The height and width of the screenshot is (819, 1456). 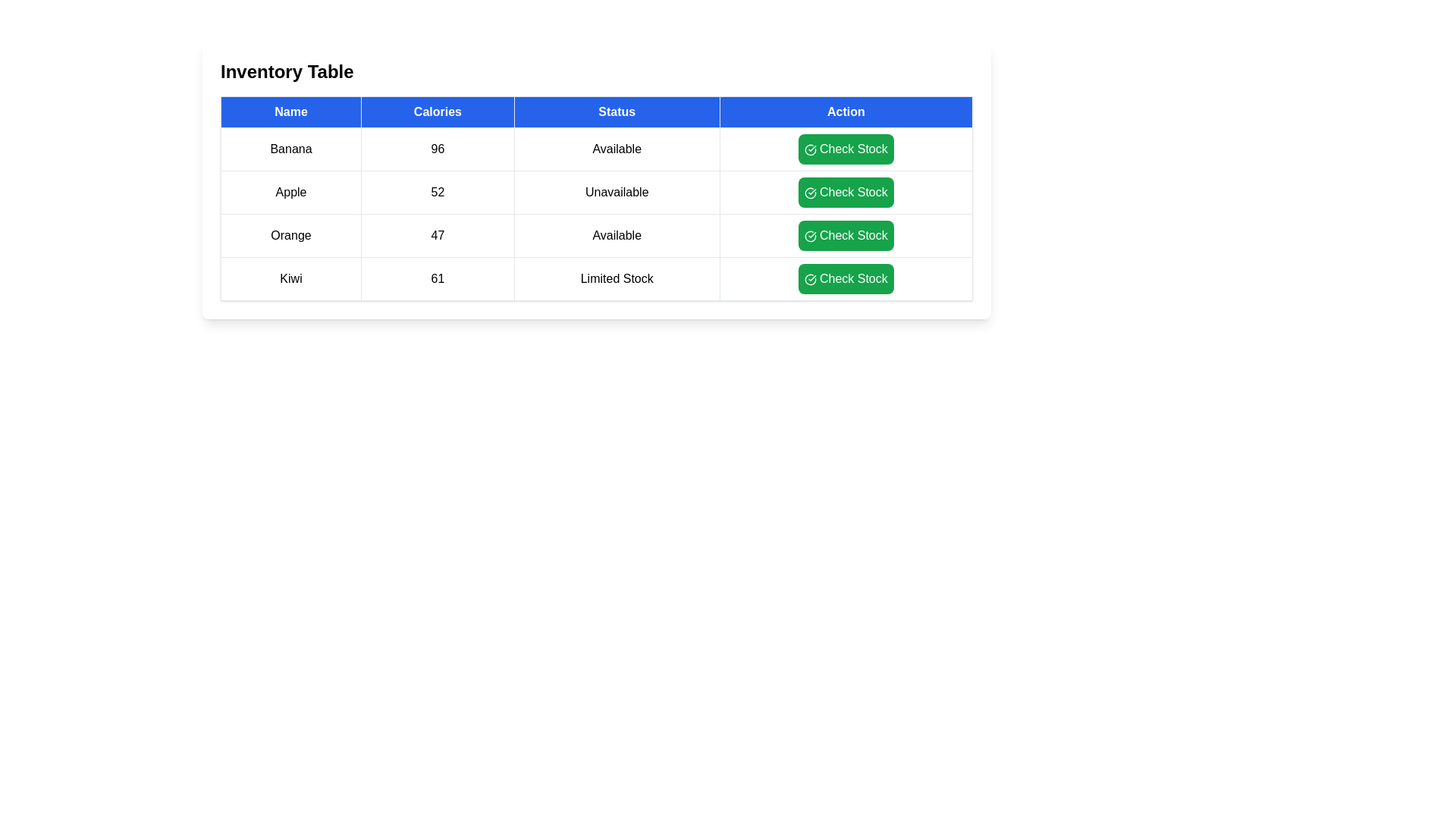 What do you see at coordinates (291, 149) in the screenshot?
I see `the row corresponding to Banana by clicking on it` at bounding box center [291, 149].